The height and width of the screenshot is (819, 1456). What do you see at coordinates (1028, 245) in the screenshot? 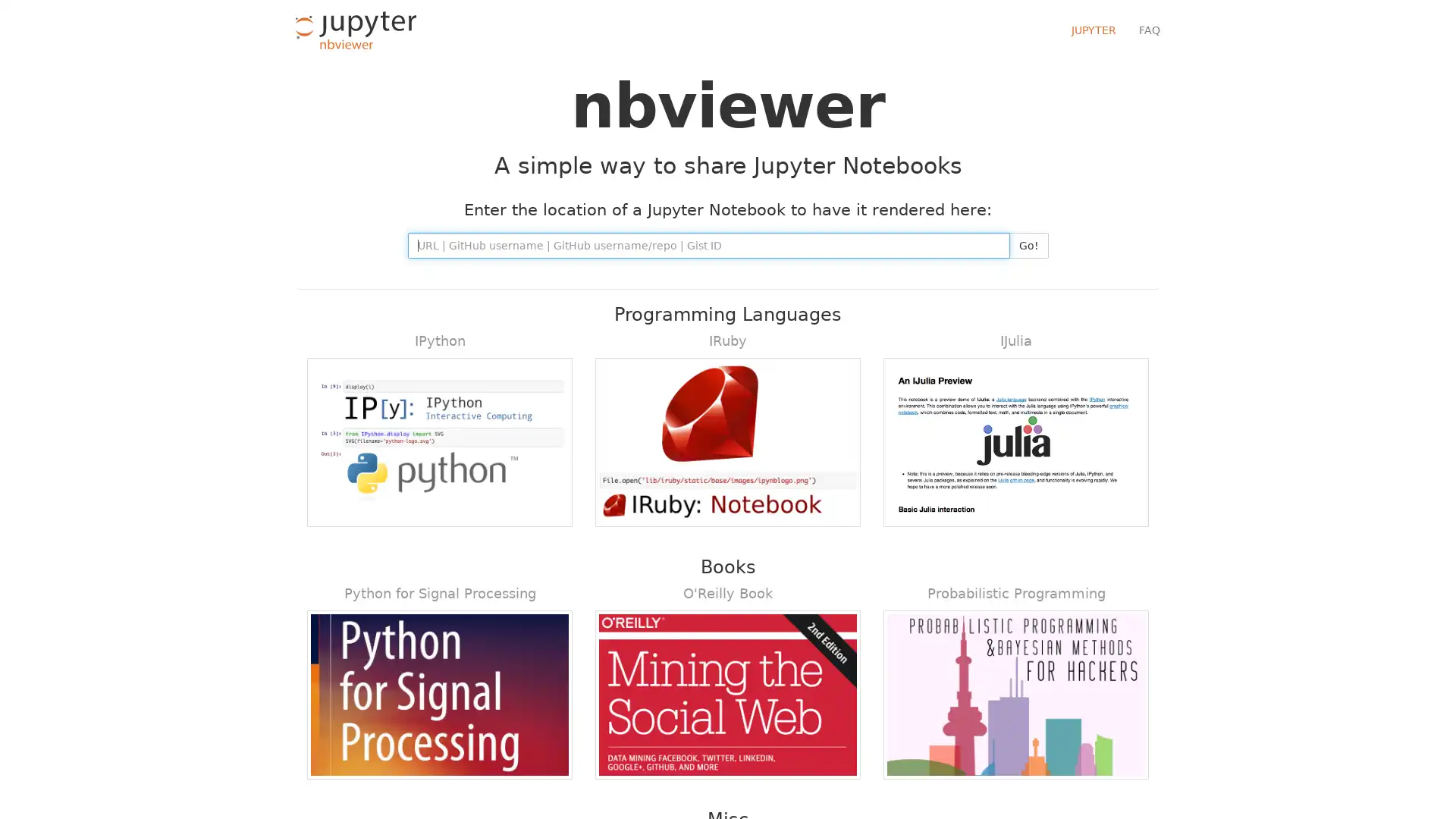
I see `Go!` at bounding box center [1028, 245].